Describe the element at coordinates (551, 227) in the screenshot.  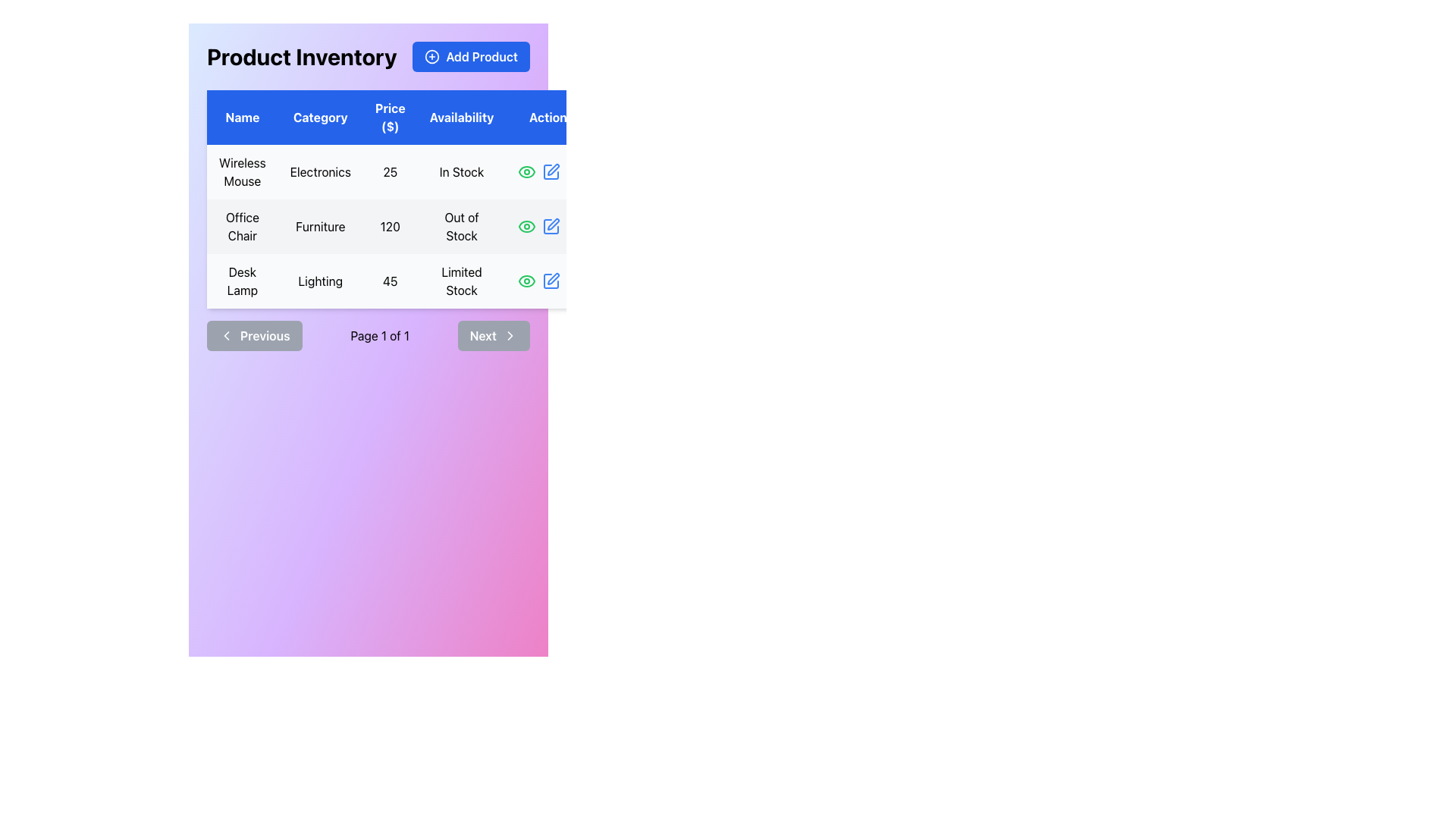
I see `the edit icon button in the second row of the 'Actions' column to modify the 'Office Chair' details` at that location.